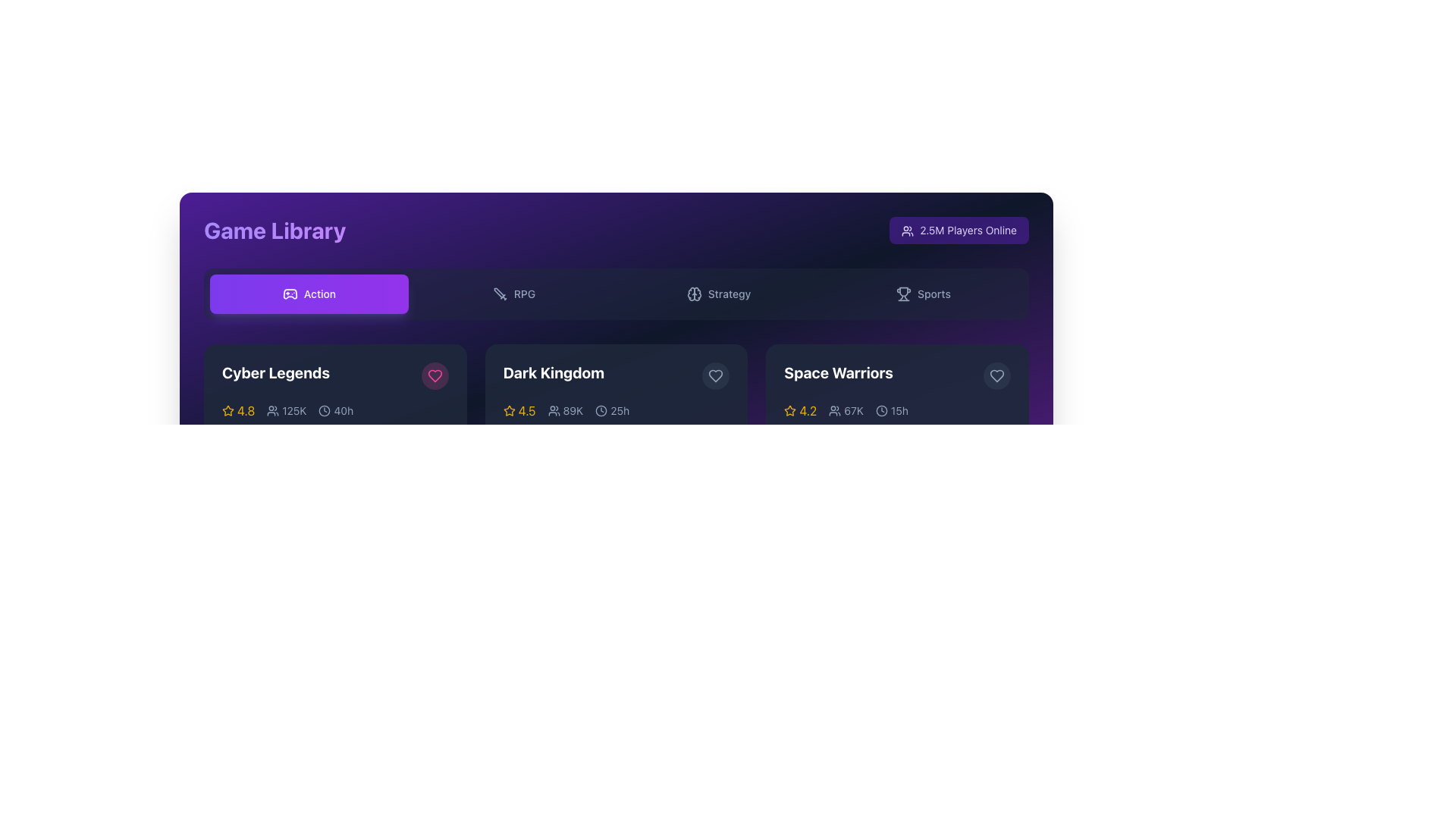 Image resolution: width=1456 pixels, height=819 pixels. What do you see at coordinates (897, 411) in the screenshot?
I see `the time information indicated as '15 hours' associated with the 'Space Warriors' item, located beneath the title in the middle-bottom area of the card` at bounding box center [897, 411].